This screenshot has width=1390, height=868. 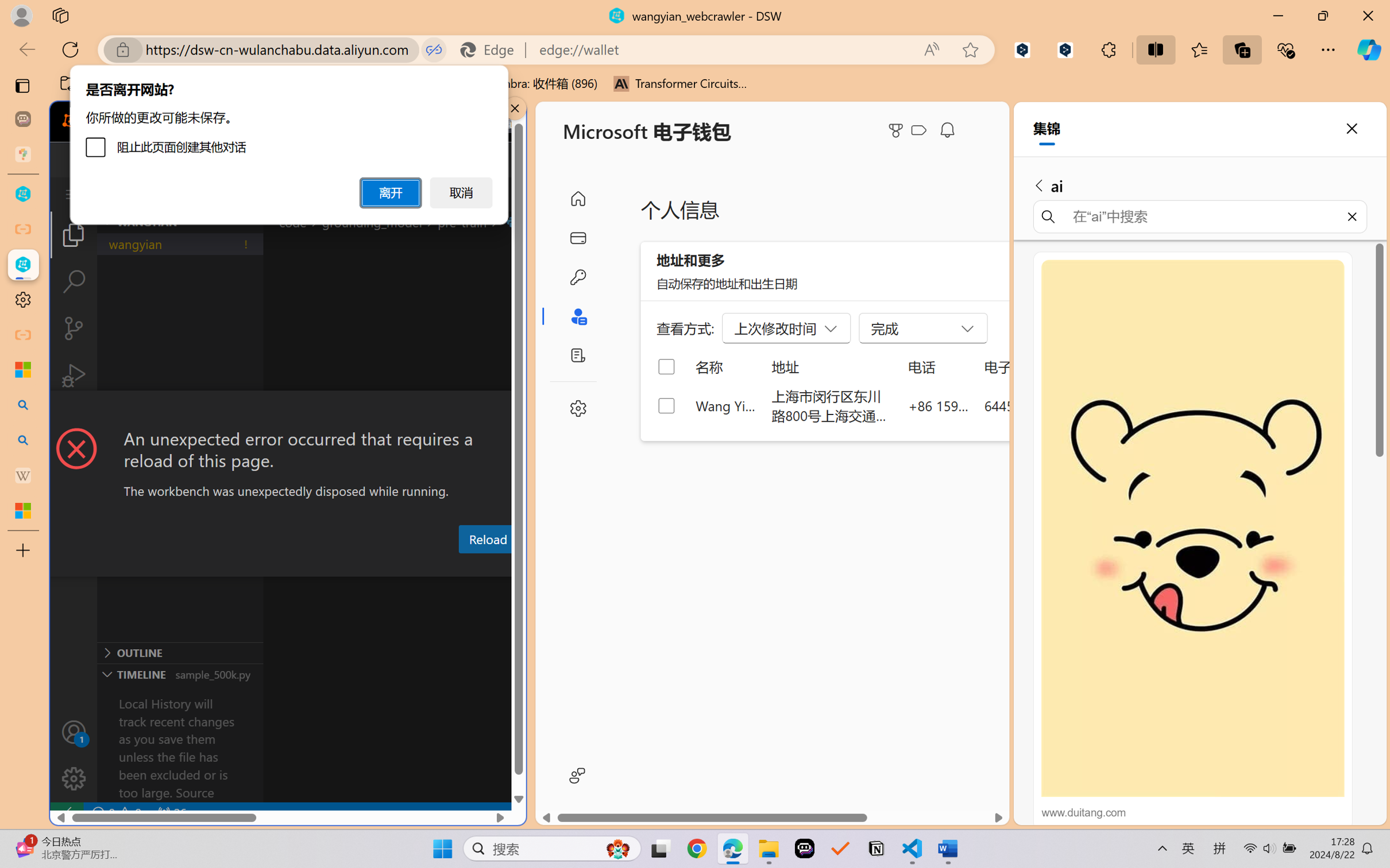 I want to click on 'Copilot (Ctrl+Shift+.)', so click(x=1369, y=49).